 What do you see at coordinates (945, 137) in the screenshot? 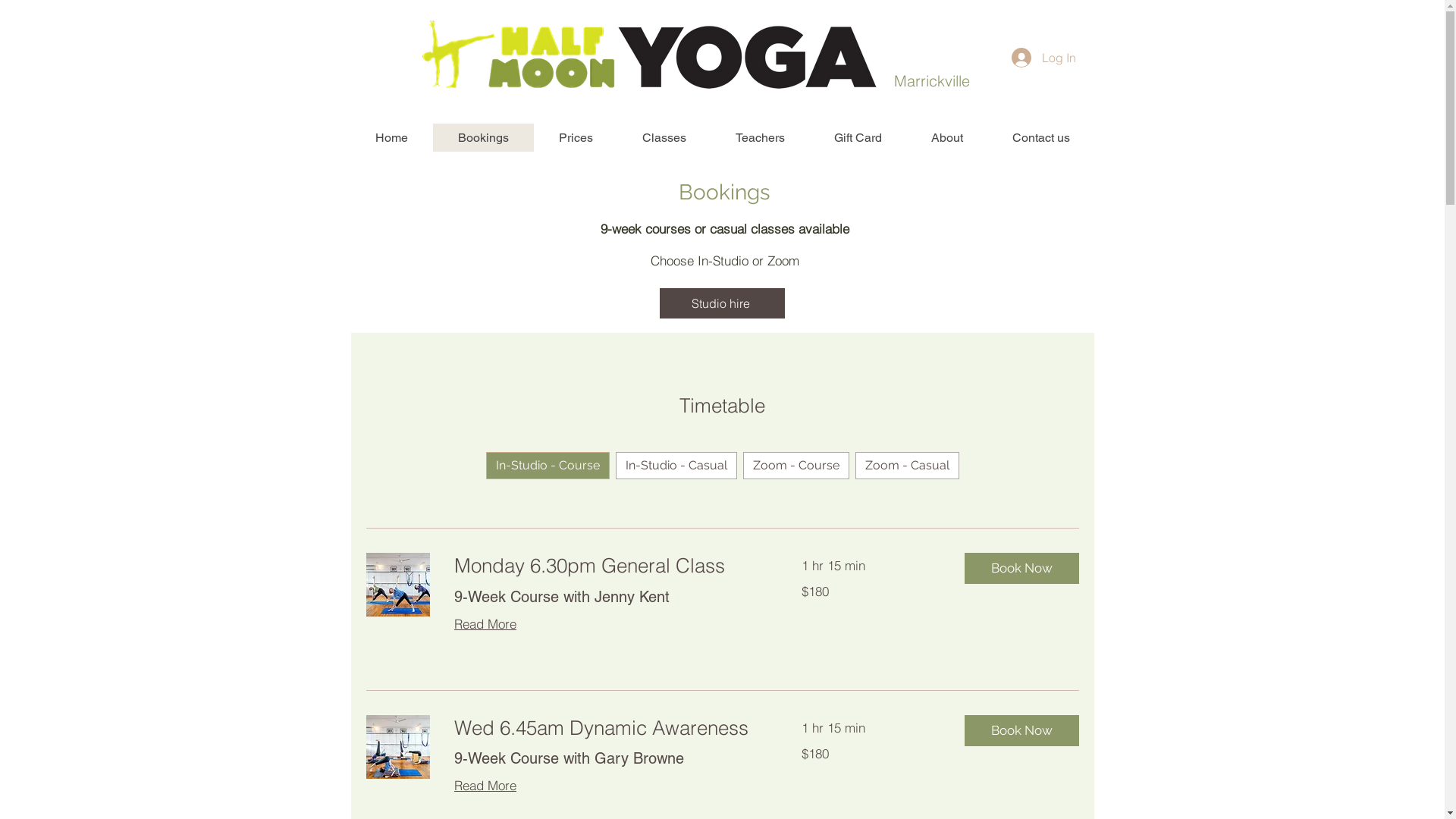
I see `'About'` at bounding box center [945, 137].